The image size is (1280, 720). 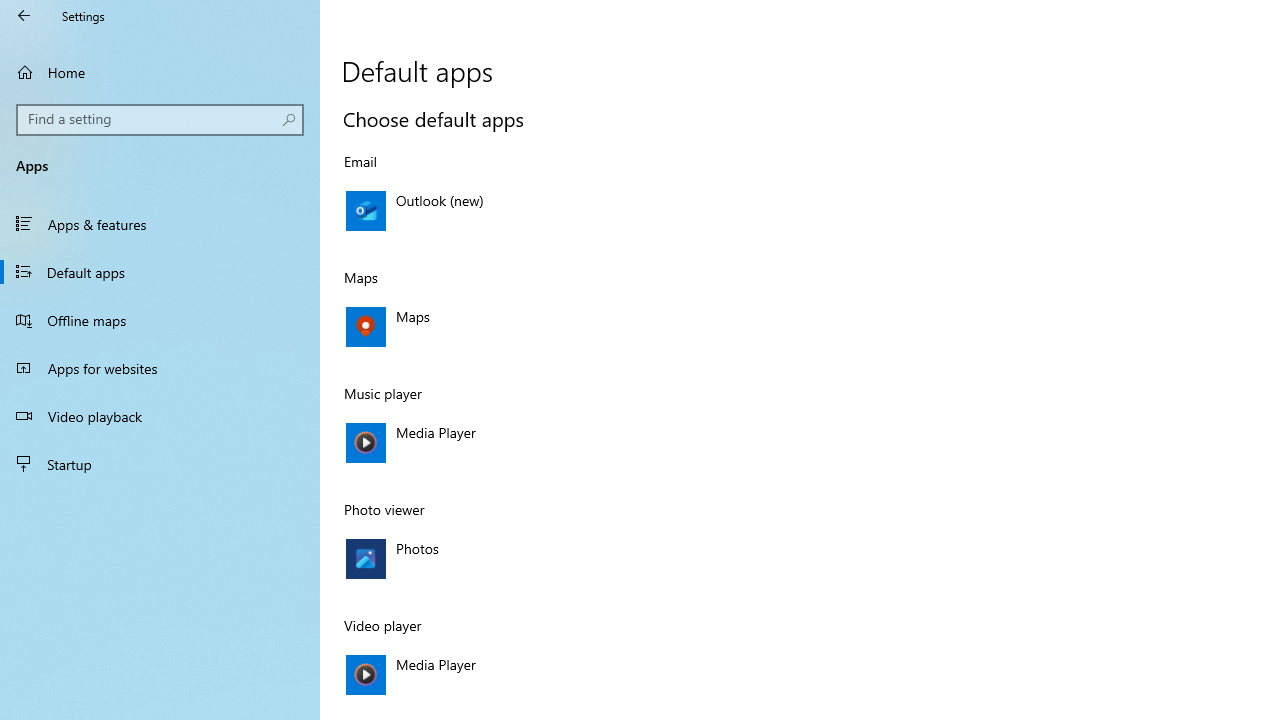 I want to click on 'Video playback', so click(x=160, y=414).